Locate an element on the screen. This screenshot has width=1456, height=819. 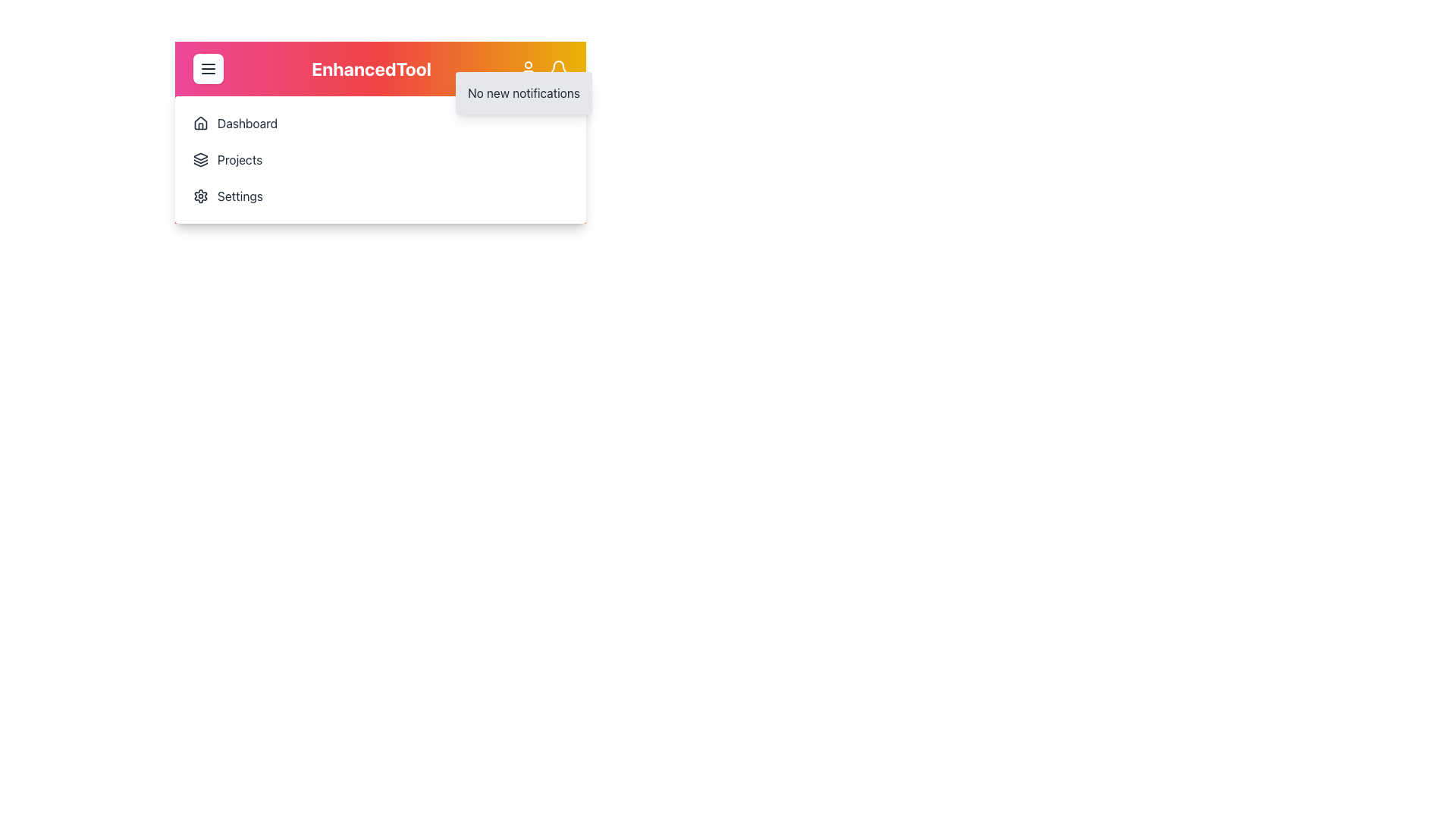
the 'Projects' navigation menu item located below the 'Dashboard' option and above the 'Settings' option is located at coordinates (381, 160).